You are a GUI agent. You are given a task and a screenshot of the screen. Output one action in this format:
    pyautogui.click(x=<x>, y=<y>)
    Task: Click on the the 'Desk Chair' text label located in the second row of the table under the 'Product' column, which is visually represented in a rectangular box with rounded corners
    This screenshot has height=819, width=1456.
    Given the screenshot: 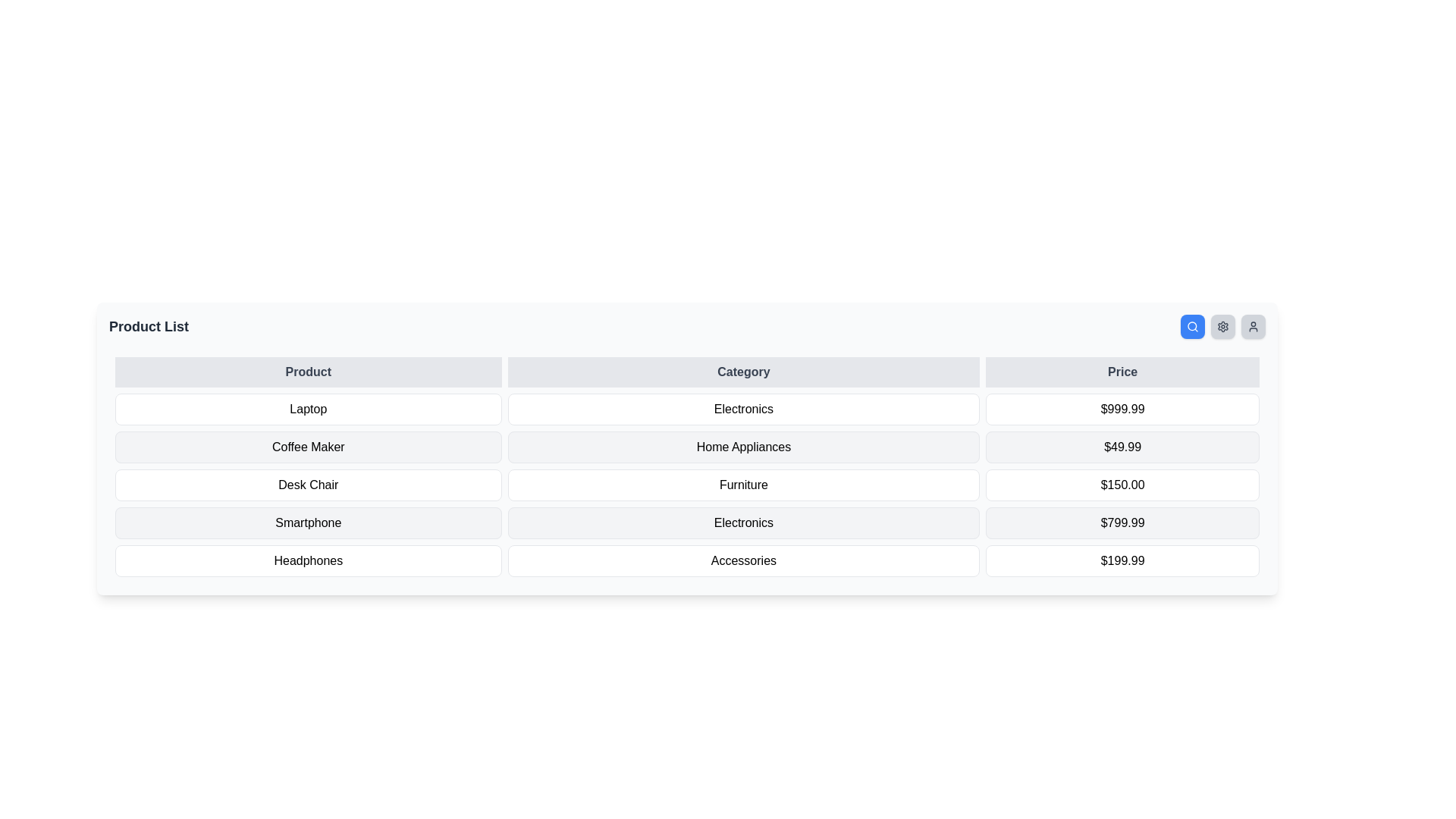 What is the action you would take?
    pyautogui.click(x=307, y=485)
    